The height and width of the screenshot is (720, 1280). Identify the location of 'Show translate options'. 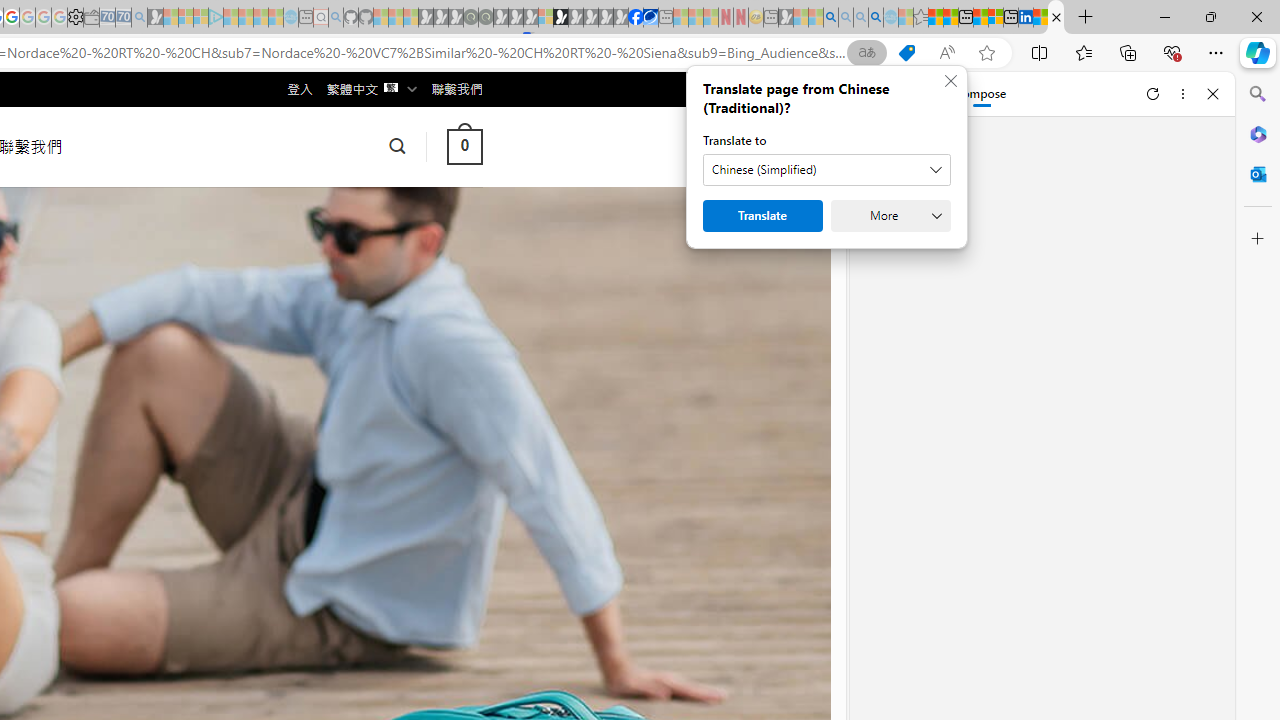
(867, 52).